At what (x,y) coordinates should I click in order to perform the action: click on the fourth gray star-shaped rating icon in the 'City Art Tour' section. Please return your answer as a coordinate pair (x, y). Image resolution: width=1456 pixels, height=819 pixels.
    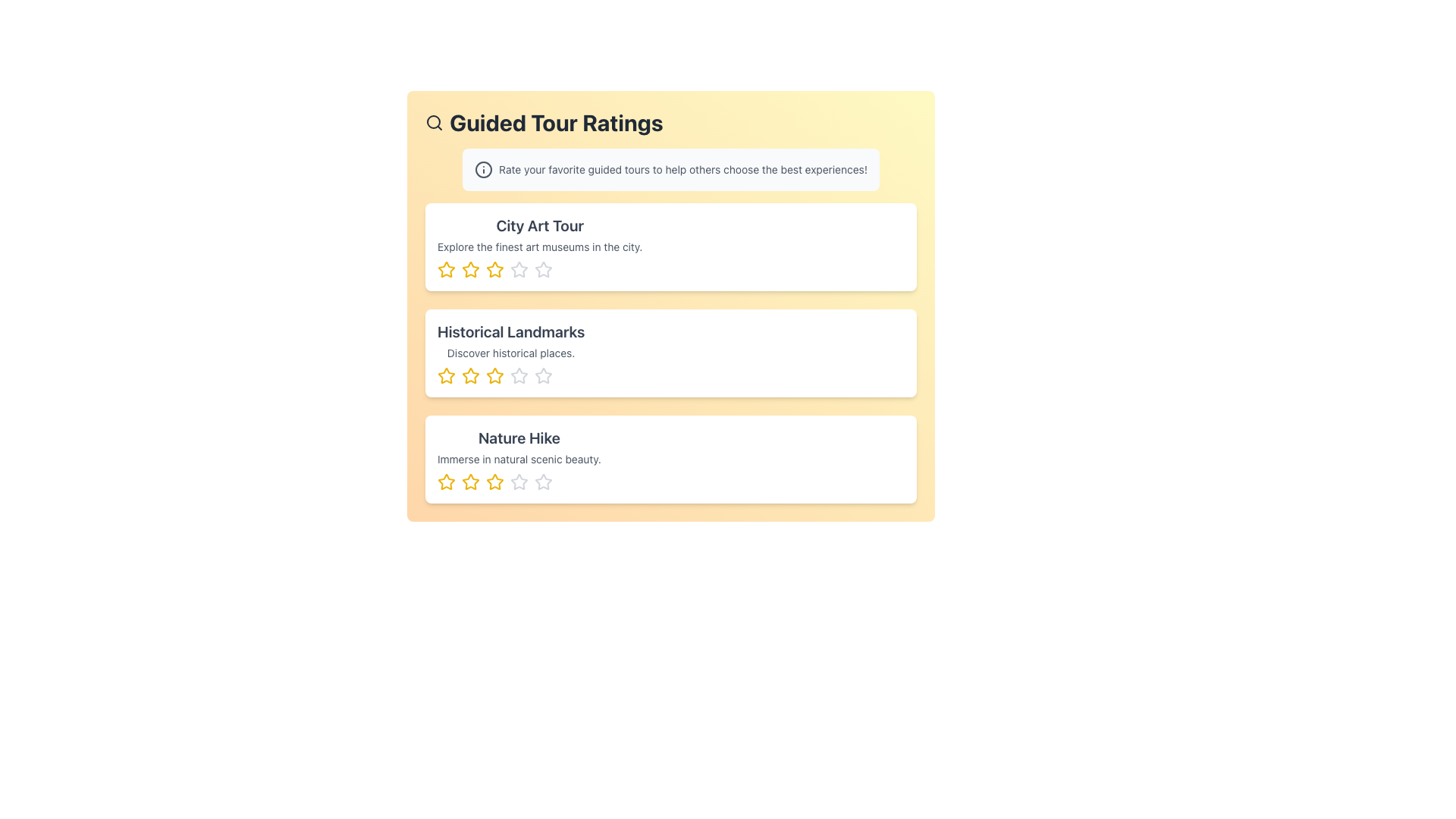
    Looking at the image, I should click on (519, 268).